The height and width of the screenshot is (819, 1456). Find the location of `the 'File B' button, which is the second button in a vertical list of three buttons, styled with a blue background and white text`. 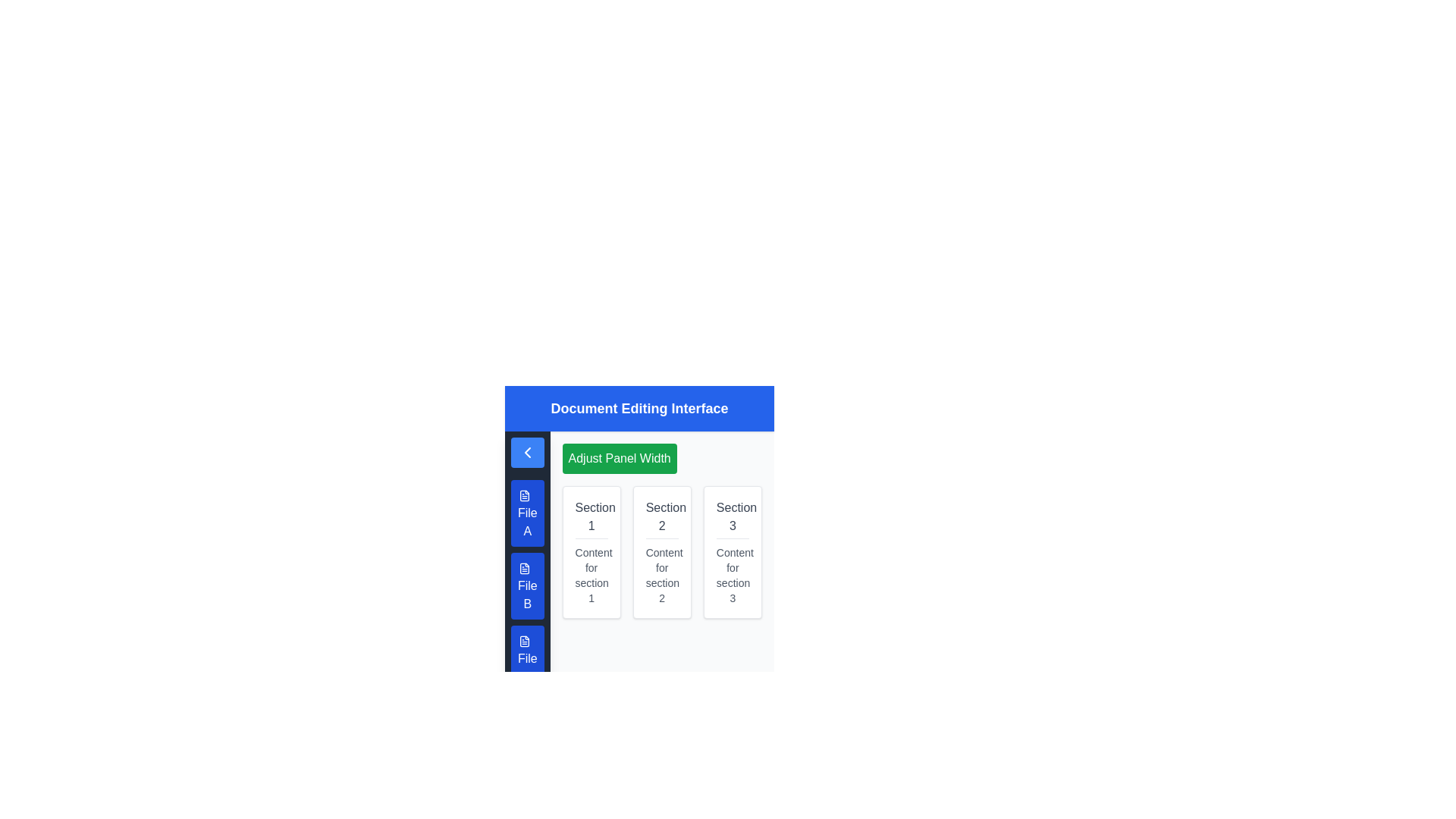

the 'File B' button, which is the second button in a vertical list of three buttons, styled with a blue background and white text is located at coordinates (527, 585).